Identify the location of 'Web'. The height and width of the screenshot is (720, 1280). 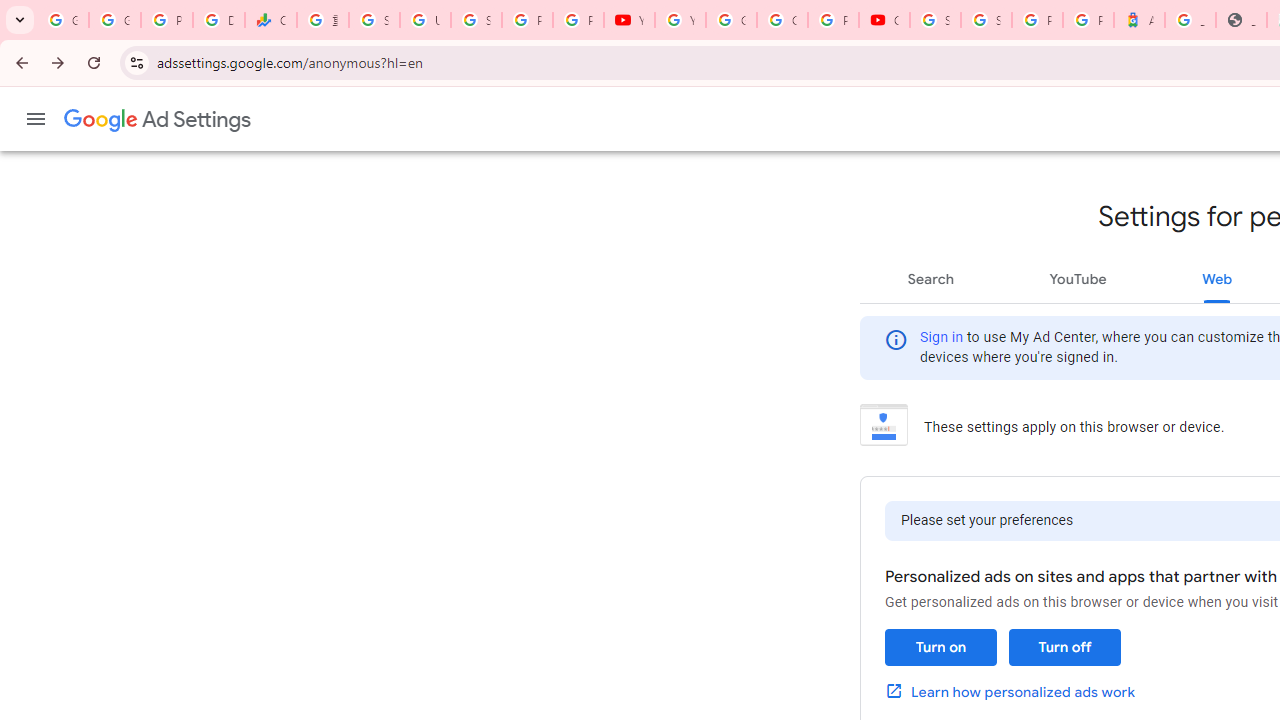
(1216, 279).